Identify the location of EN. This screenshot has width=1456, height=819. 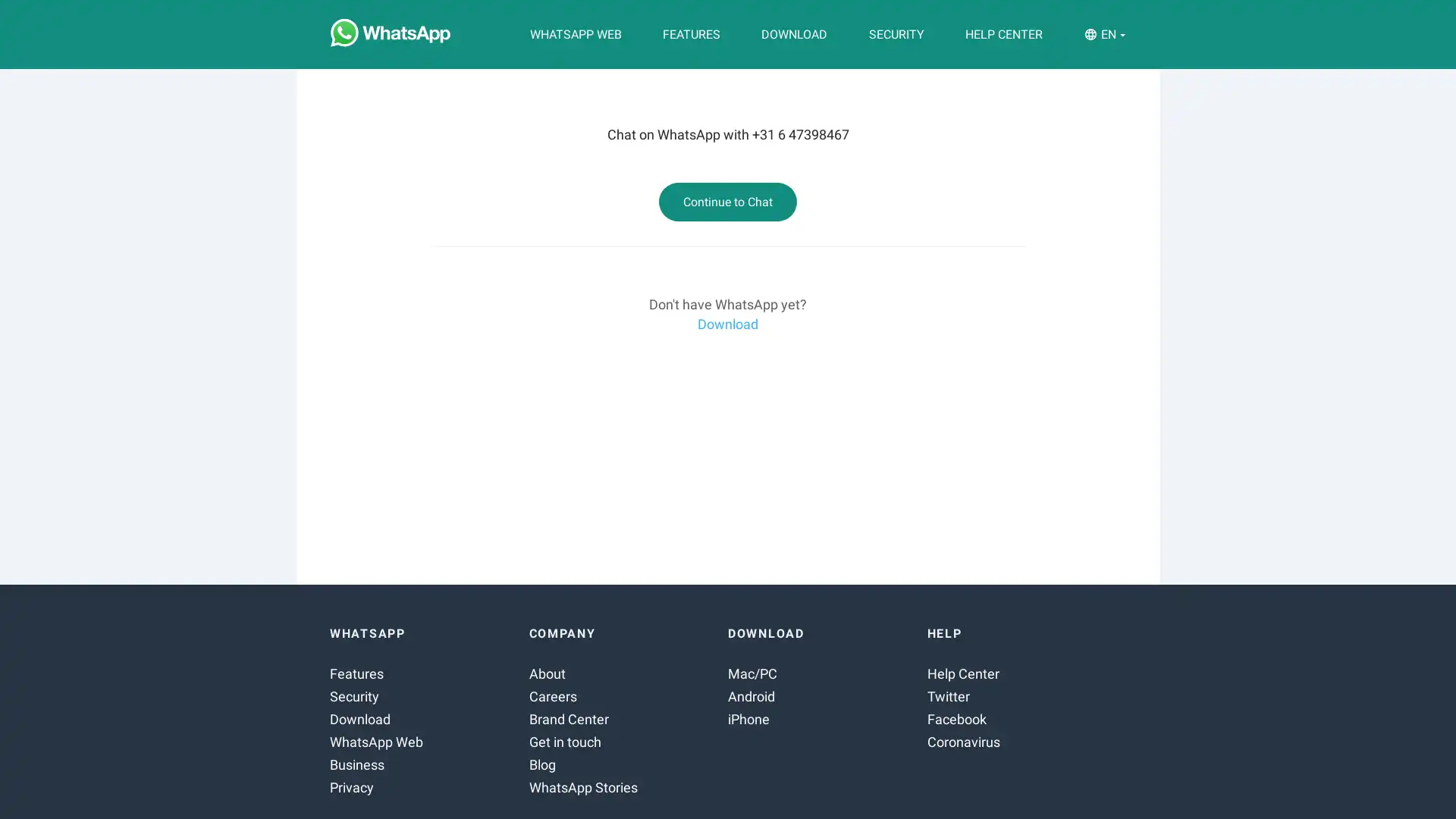
(1105, 34).